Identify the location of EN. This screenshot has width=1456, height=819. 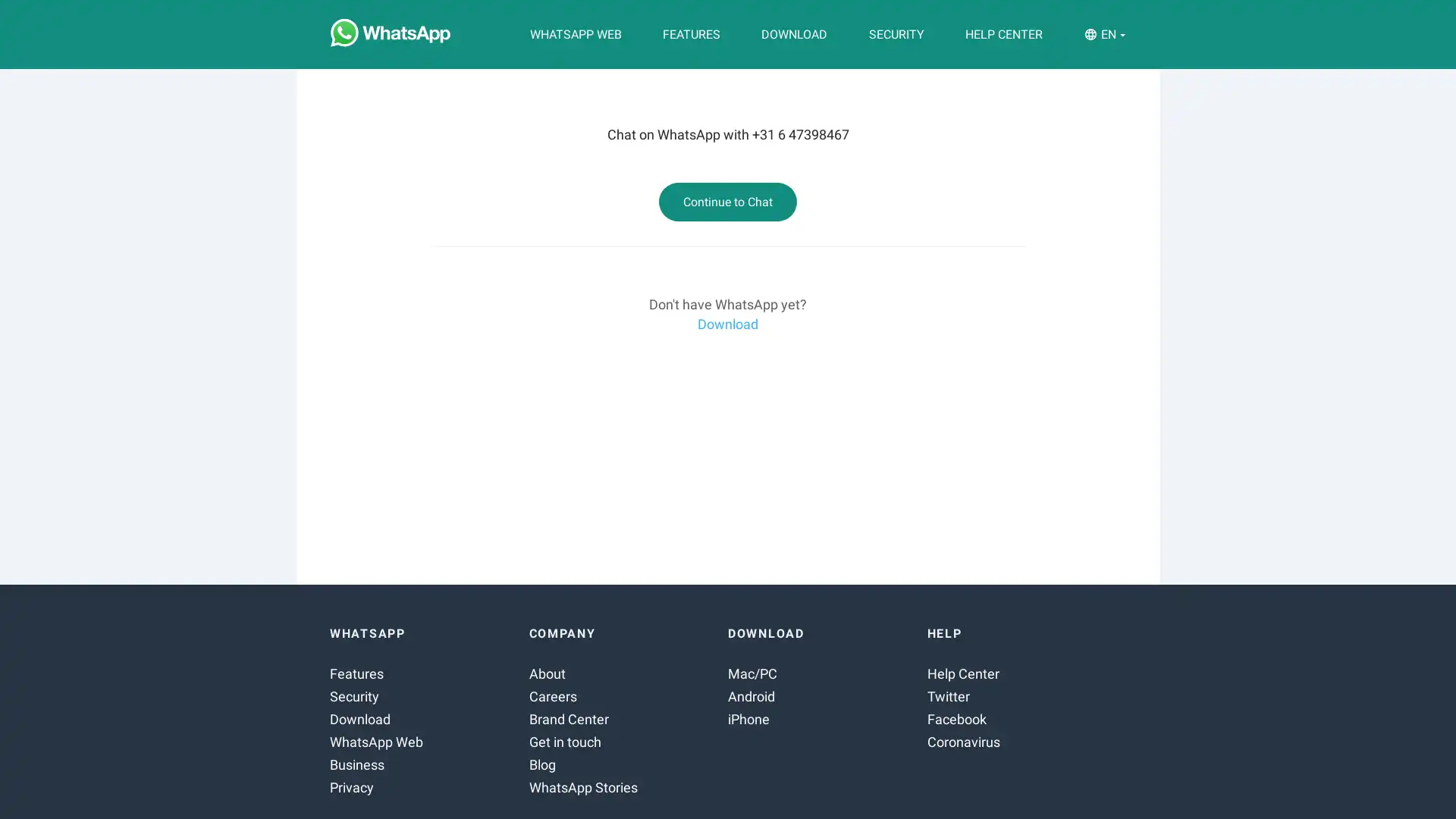
(1105, 34).